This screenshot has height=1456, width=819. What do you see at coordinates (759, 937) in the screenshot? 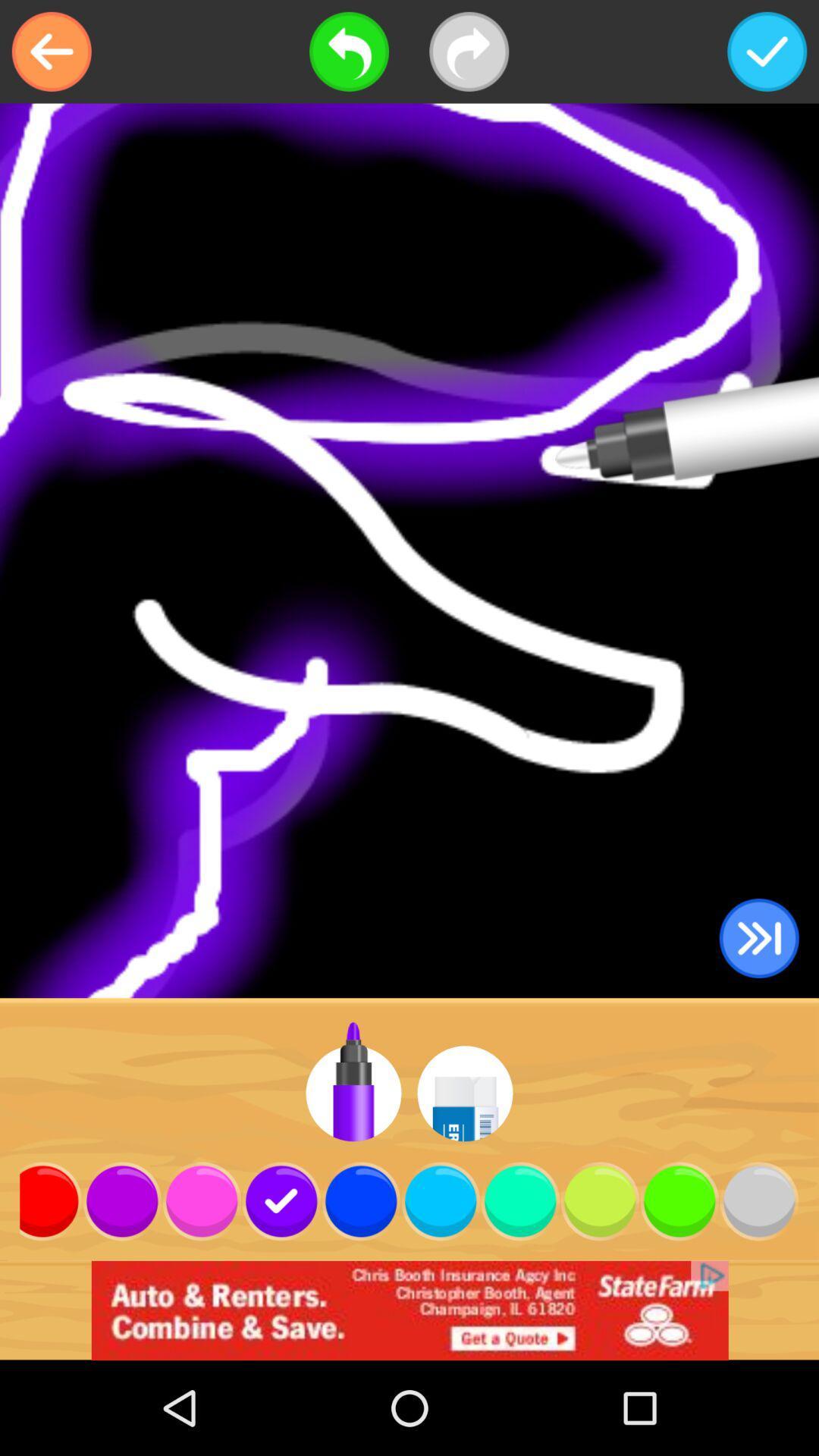
I see `fast forward` at bounding box center [759, 937].